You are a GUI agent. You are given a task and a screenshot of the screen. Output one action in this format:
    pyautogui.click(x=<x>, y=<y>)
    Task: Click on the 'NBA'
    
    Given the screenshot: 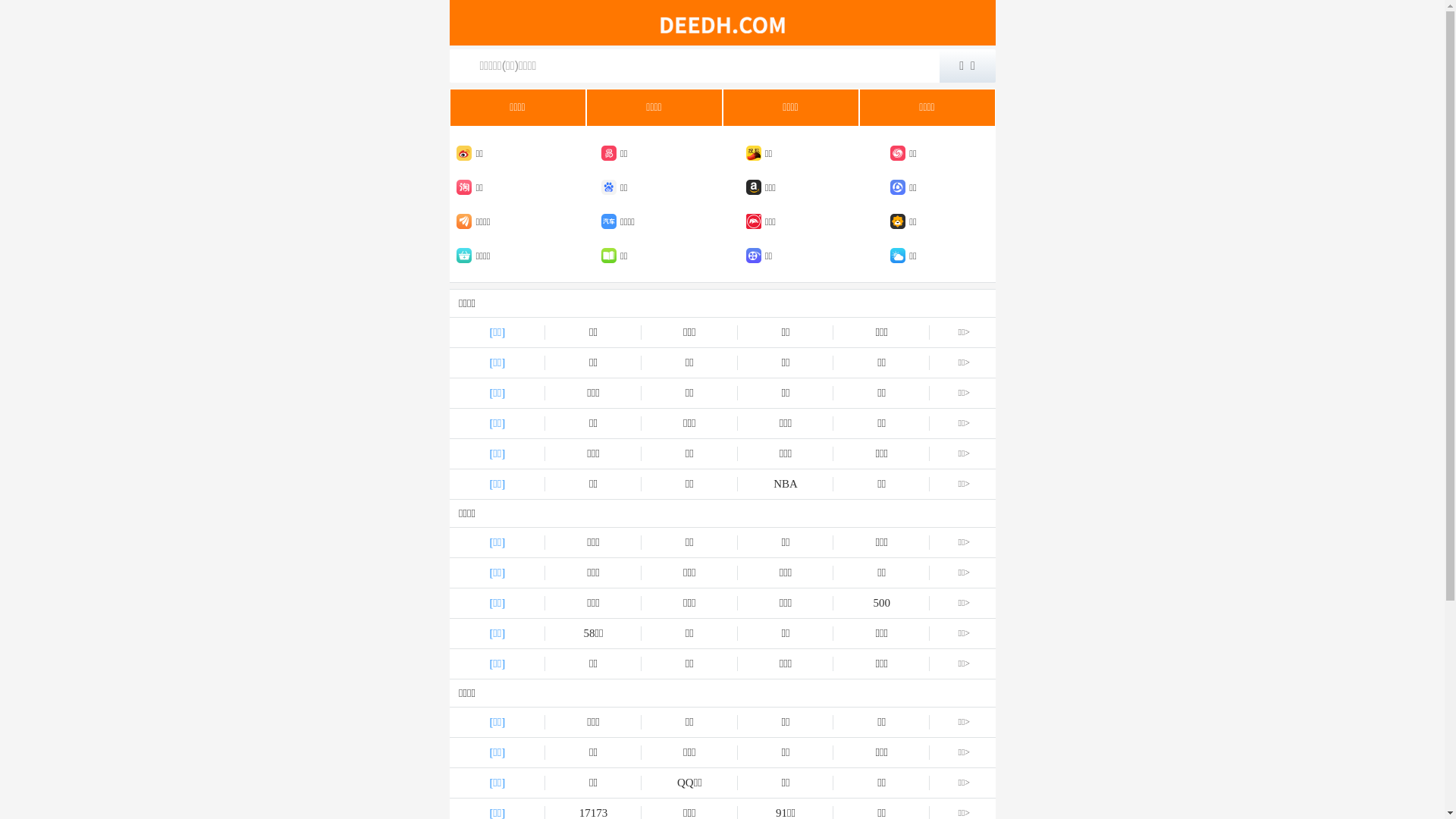 What is the action you would take?
    pyautogui.click(x=786, y=484)
    